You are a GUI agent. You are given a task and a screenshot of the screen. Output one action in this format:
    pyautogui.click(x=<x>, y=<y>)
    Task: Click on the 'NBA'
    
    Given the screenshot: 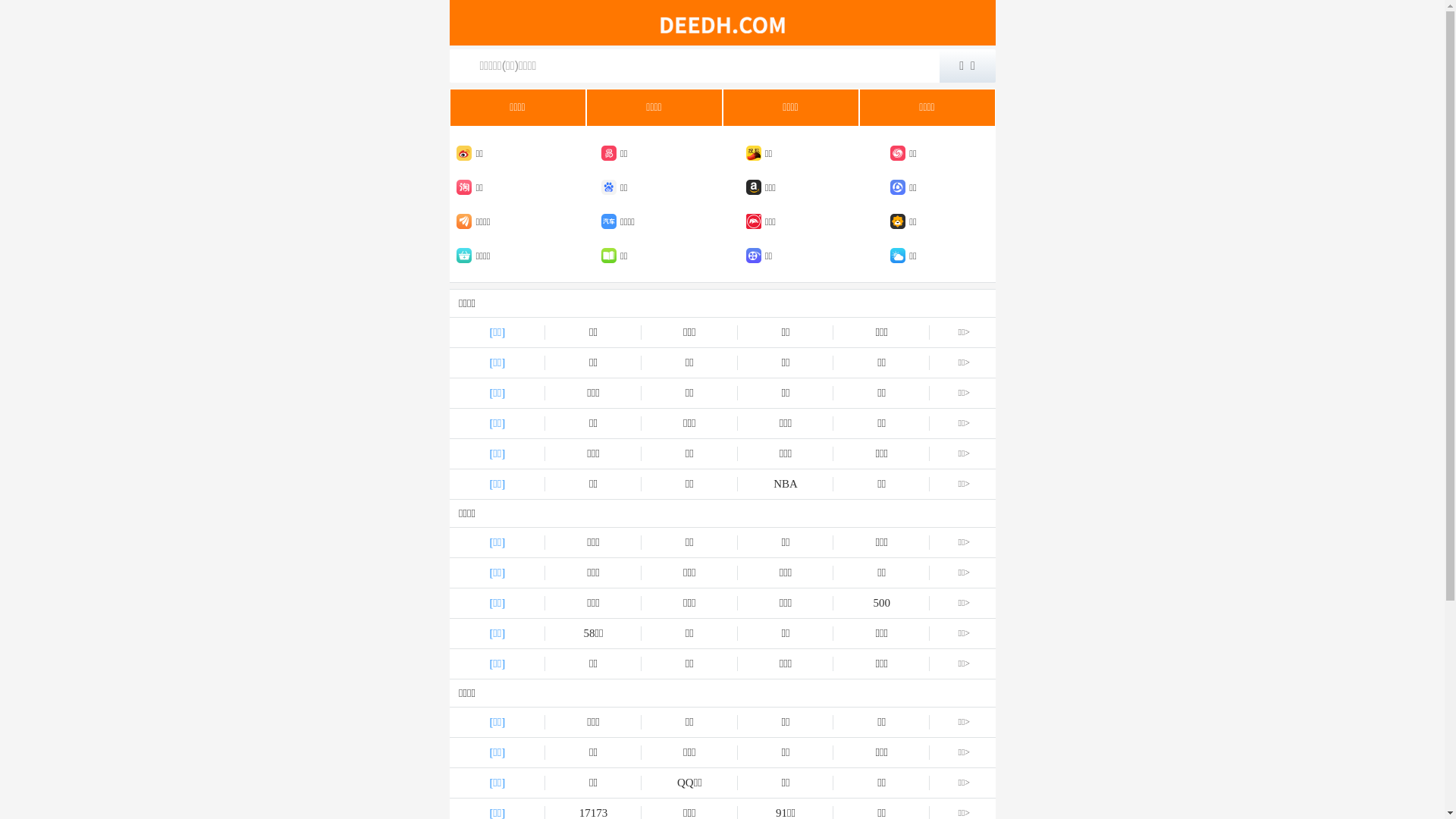 What is the action you would take?
    pyautogui.click(x=786, y=484)
    